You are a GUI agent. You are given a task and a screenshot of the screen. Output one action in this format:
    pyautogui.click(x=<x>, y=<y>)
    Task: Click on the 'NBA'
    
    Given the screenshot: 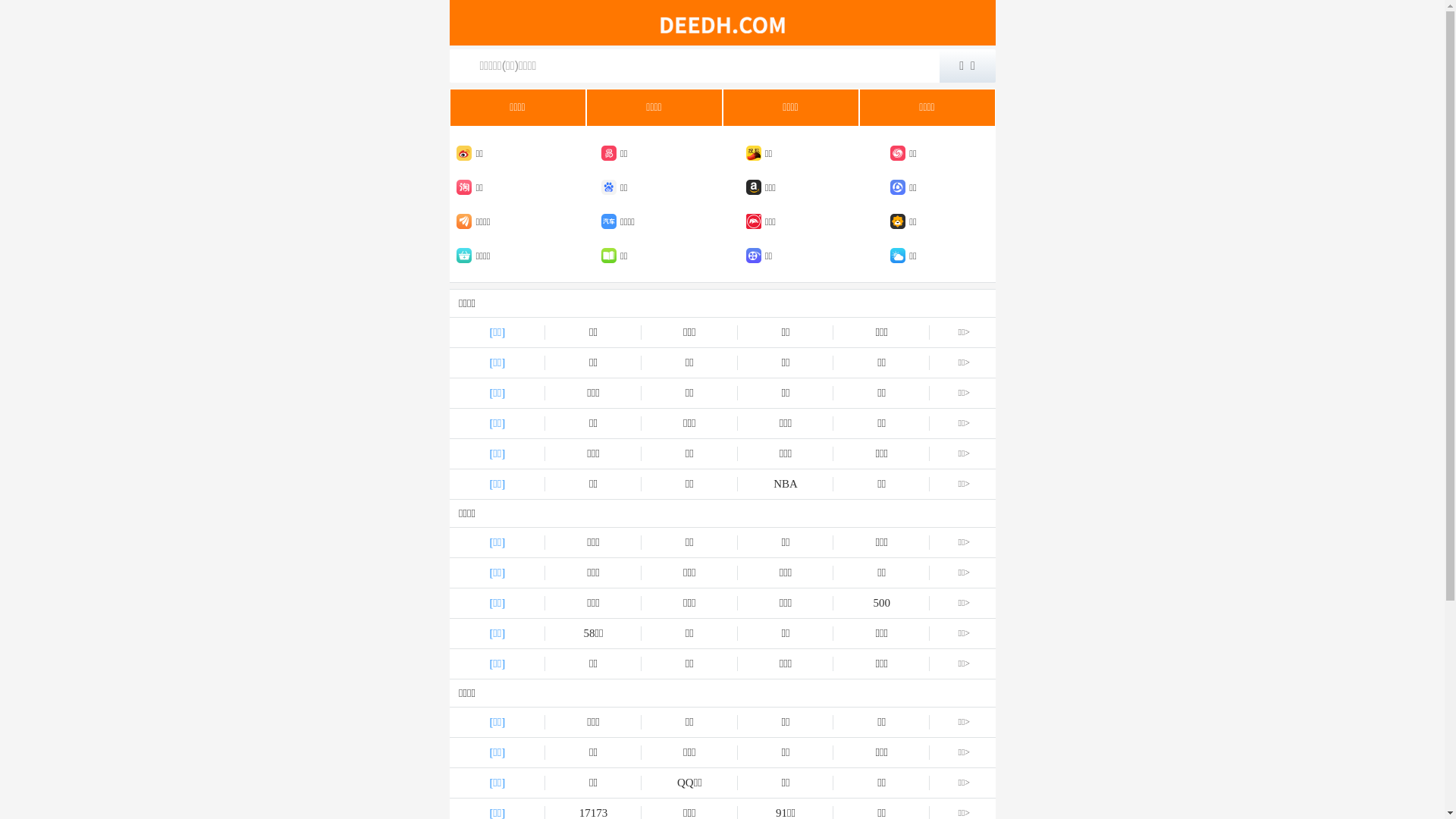 What is the action you would take?
    pyautogui.click(x=786, y=484)
    